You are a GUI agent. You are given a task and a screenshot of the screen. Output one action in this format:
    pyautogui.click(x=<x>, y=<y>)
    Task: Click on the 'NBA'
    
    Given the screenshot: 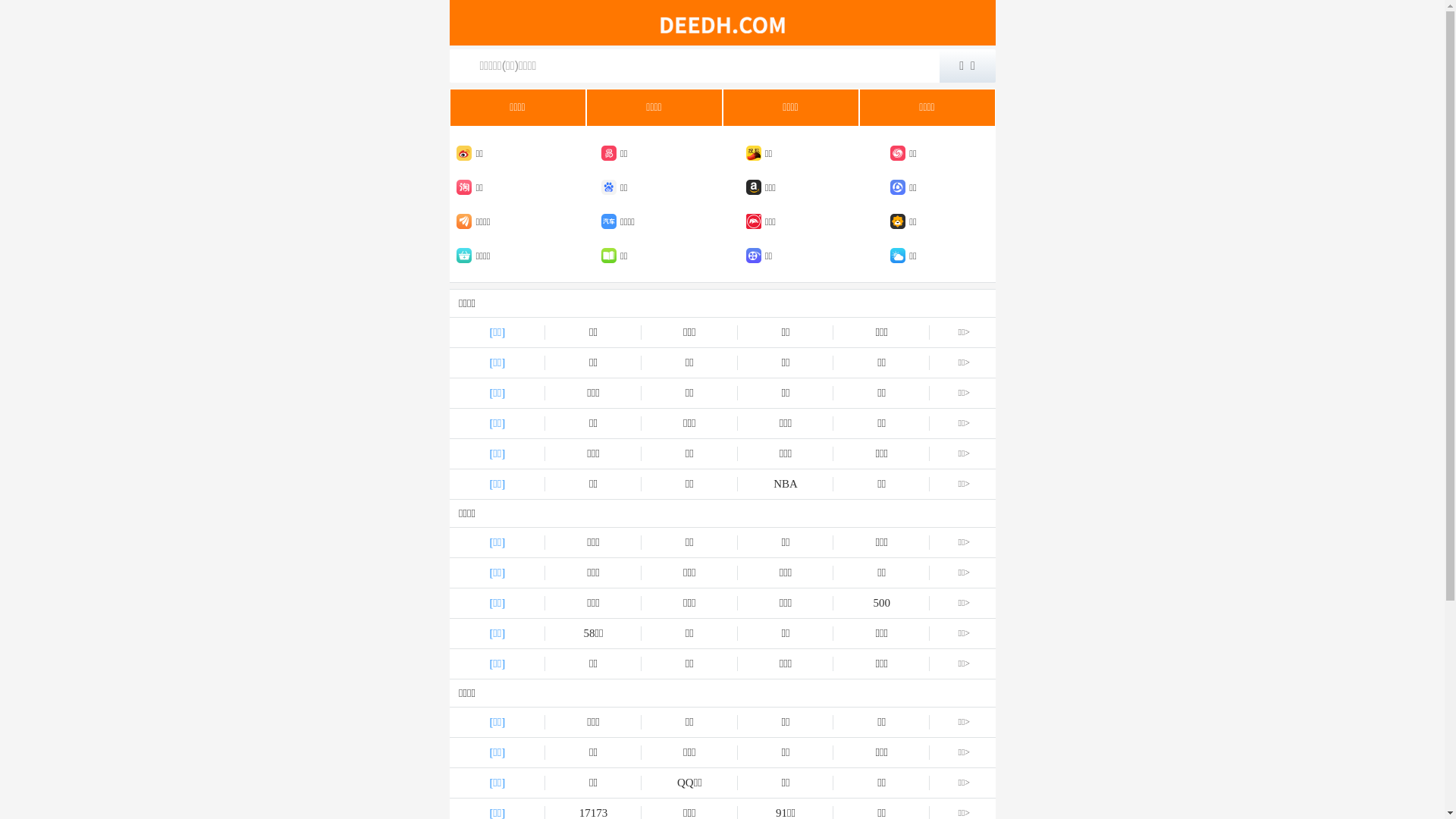 What is the action you would take?
    pyautogui.click(x=786, y=484)
    